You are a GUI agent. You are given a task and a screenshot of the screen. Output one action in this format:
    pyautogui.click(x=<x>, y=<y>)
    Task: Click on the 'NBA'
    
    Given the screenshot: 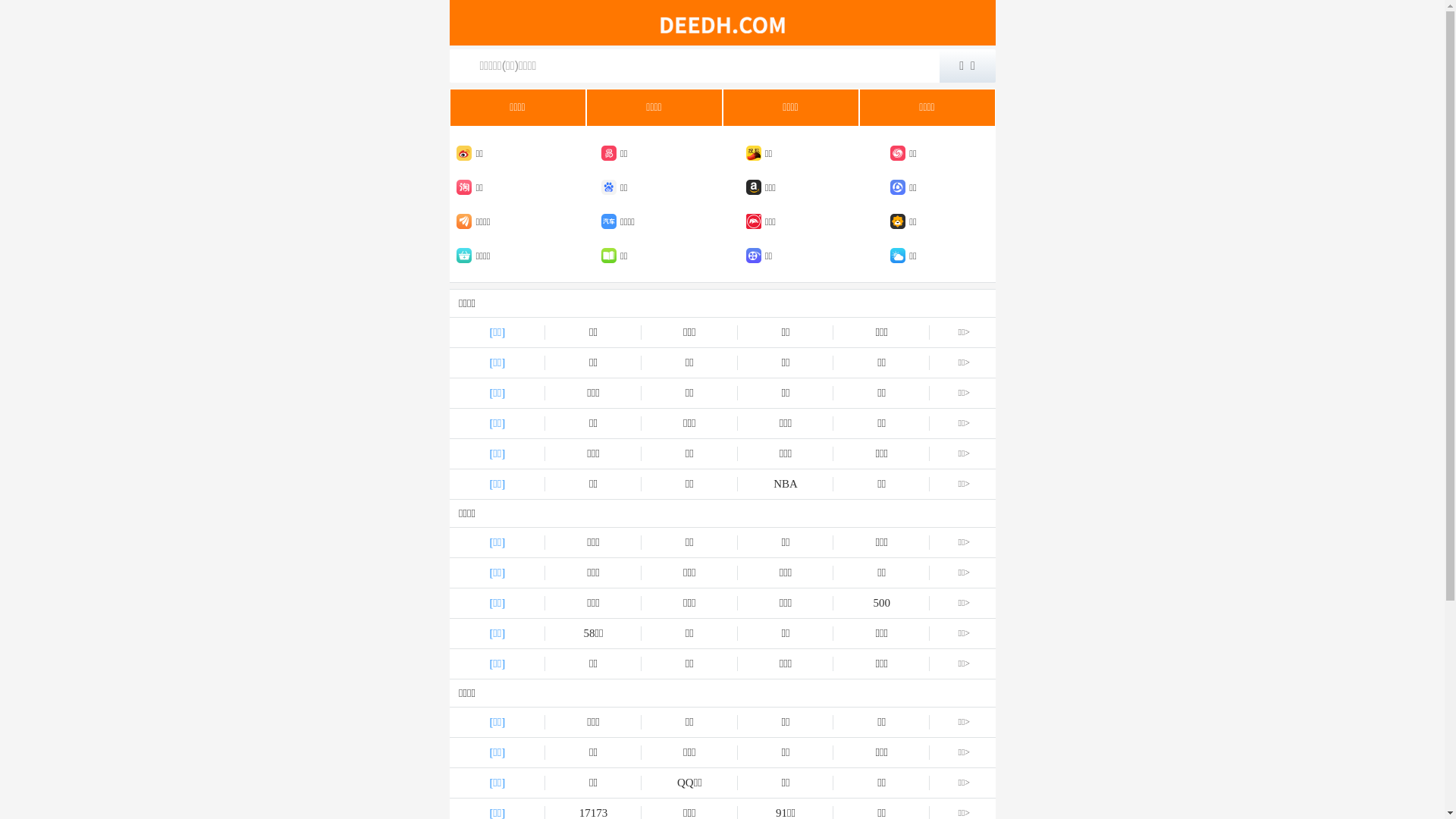 What is the action you would take?
    pyautogui.click(x=786, y=484)
    